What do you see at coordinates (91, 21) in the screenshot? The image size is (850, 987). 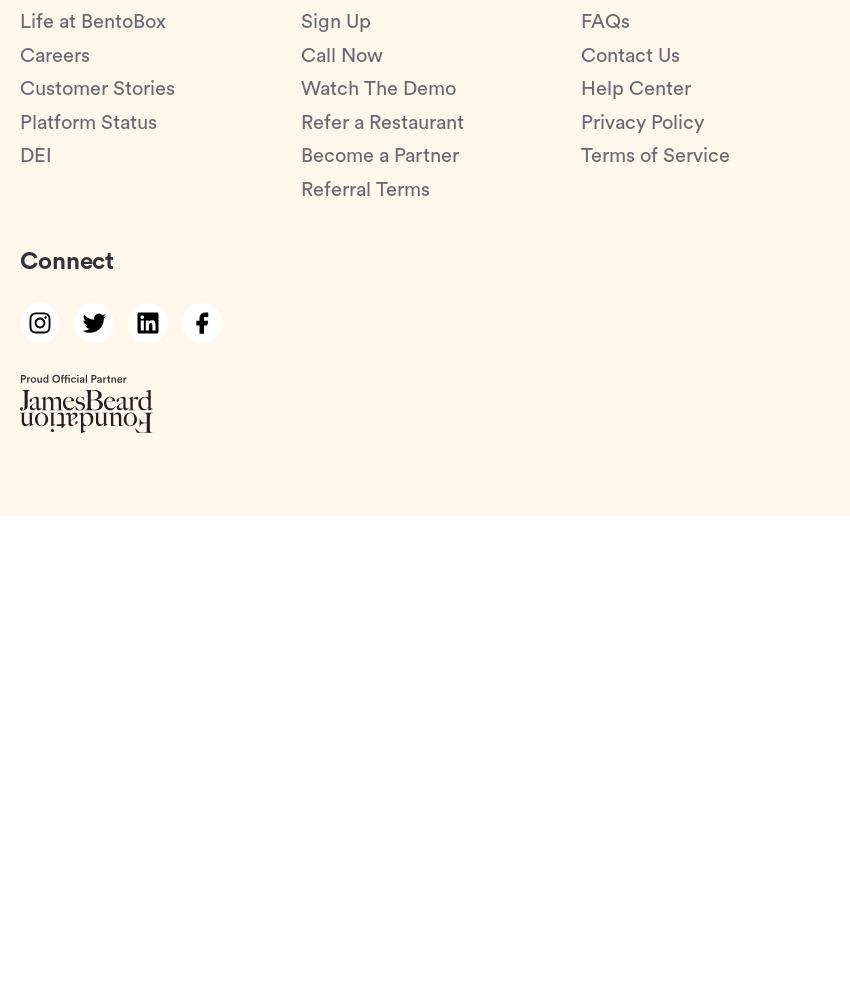 I see `'Life at BentoBox'` at bounding box center [91, 21].